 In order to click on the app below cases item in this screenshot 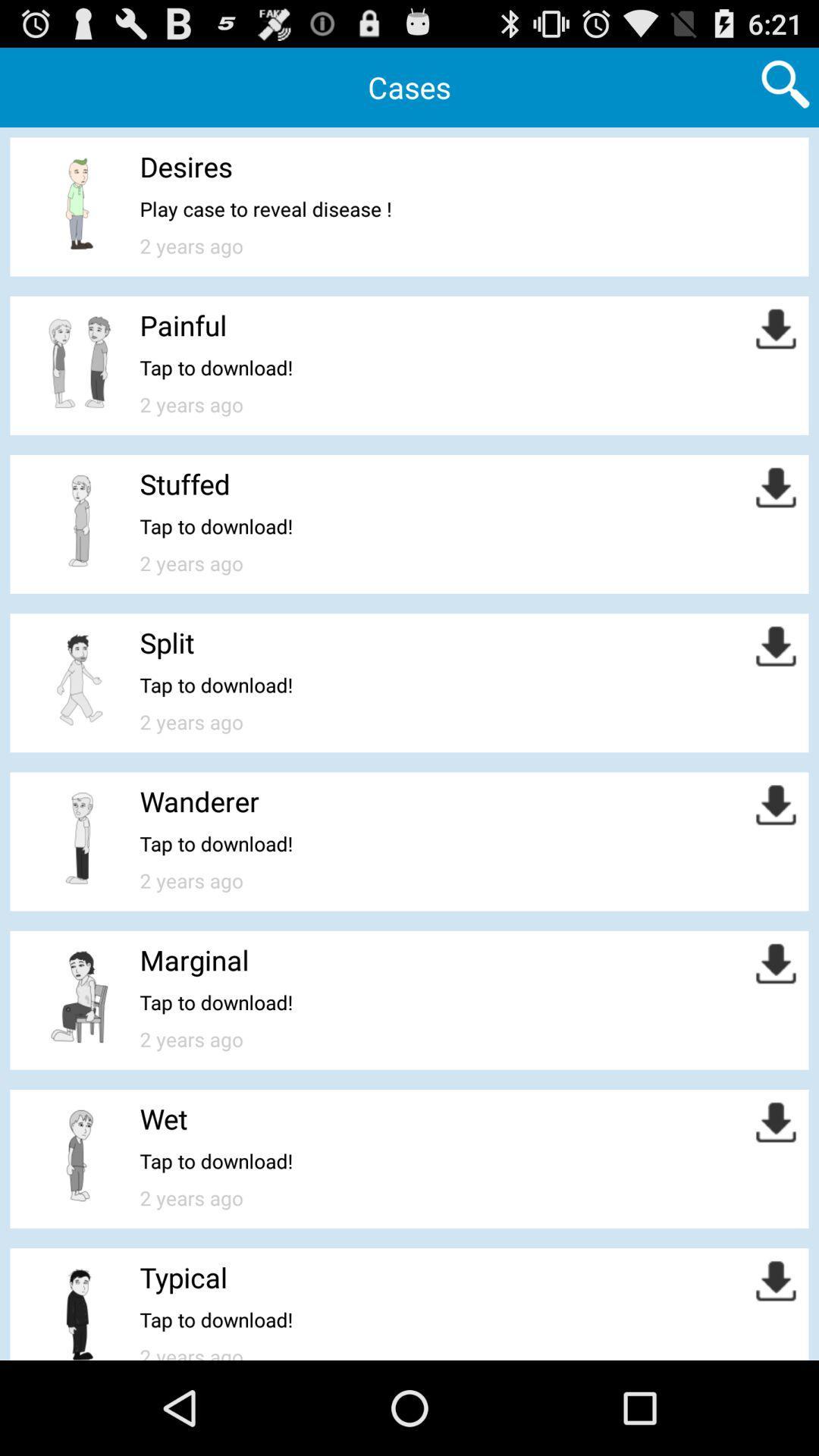, I will do `click(185, 166)`.